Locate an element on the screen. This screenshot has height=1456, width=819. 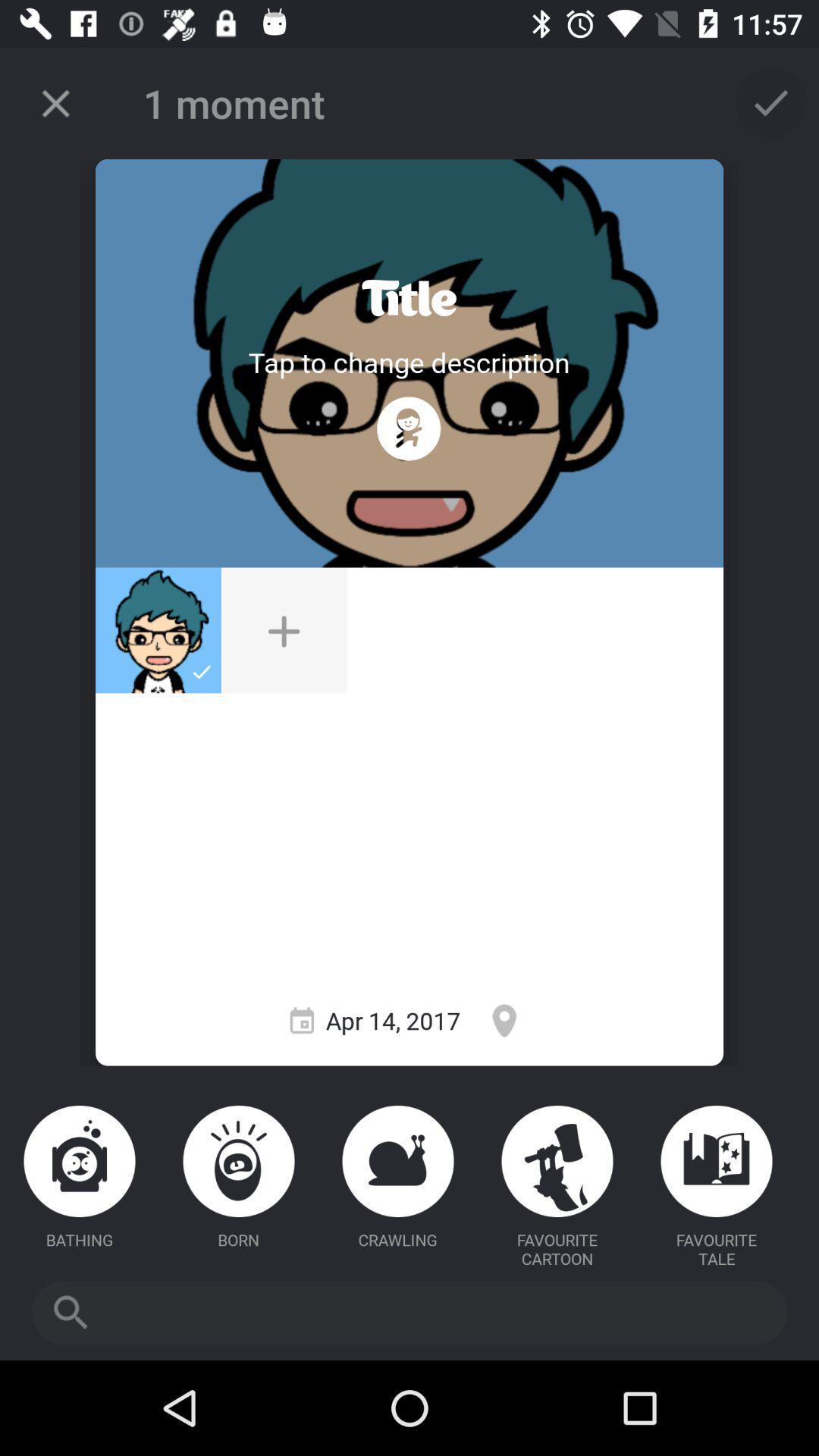
submit option is located at coordinates (771, 102).